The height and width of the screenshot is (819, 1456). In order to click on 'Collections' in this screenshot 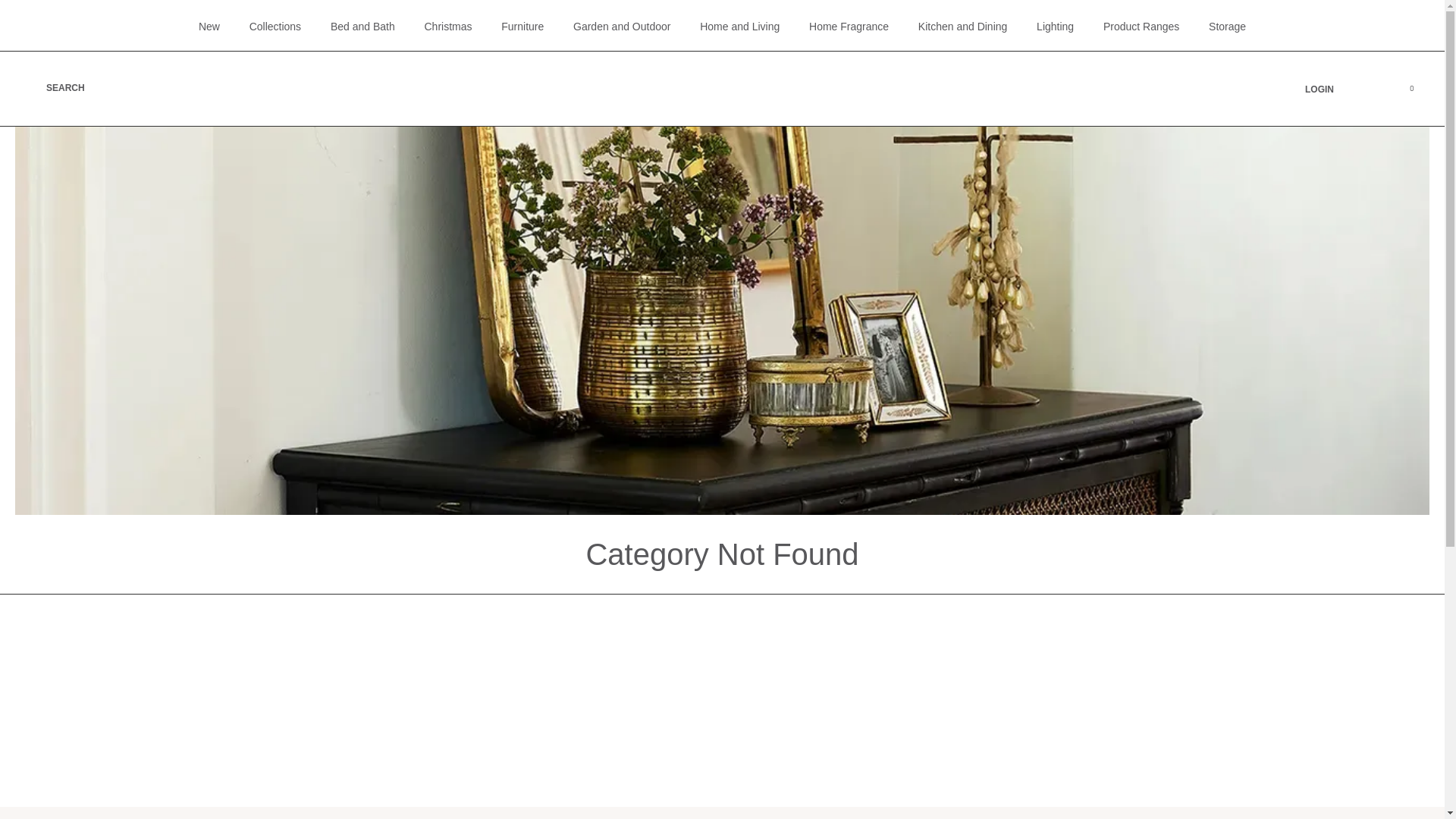, I will do `click(275, 26)`.